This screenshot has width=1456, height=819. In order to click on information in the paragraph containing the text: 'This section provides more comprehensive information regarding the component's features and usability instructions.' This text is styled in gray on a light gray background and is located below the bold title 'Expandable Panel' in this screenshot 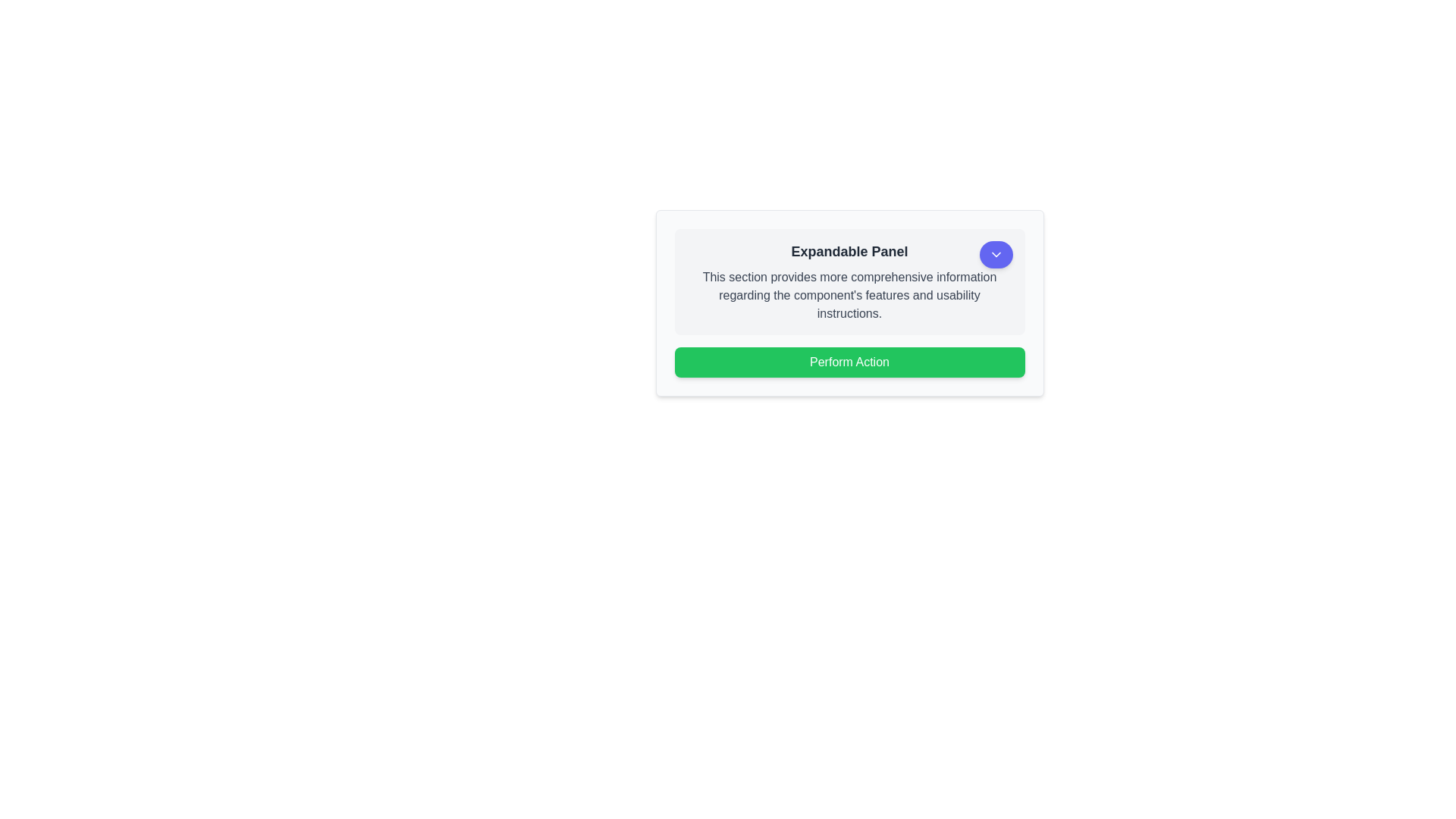, I will do `click(849, 295)`.